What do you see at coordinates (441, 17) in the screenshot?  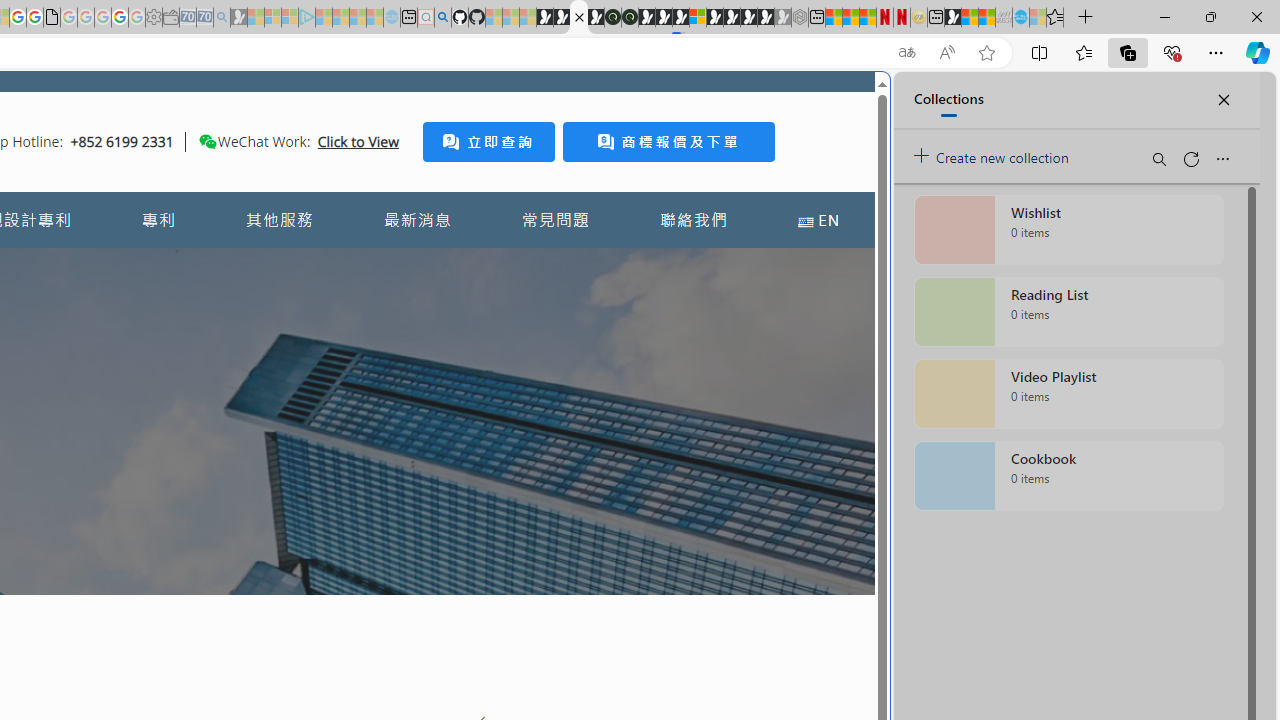 I see `'github - Search'` at bounding box center [441, 17].